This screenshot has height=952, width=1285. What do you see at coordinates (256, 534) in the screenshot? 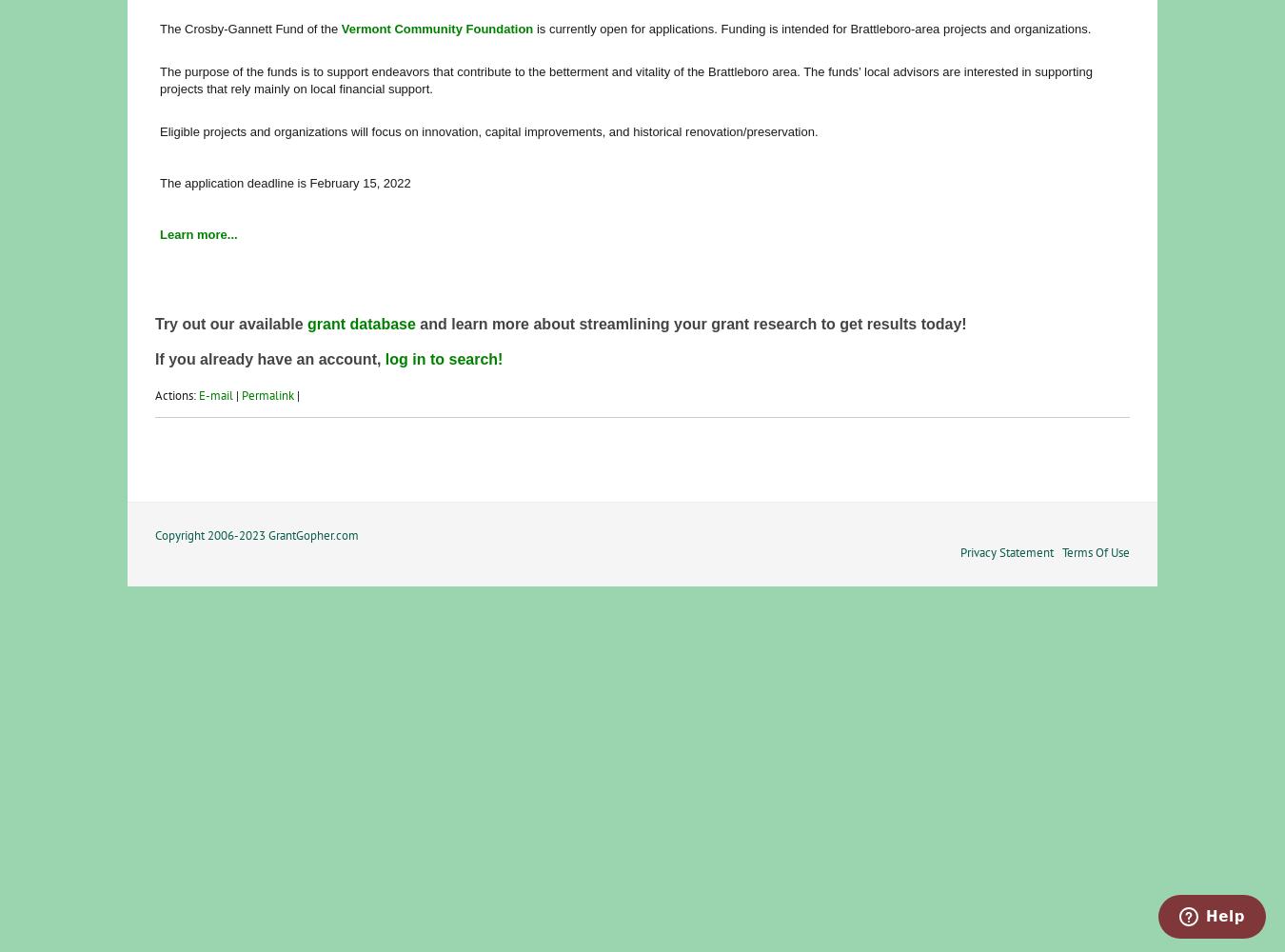
I see `'Copyright 2006-2023 GrantGopher.com'` at bounding box center [256, 534].